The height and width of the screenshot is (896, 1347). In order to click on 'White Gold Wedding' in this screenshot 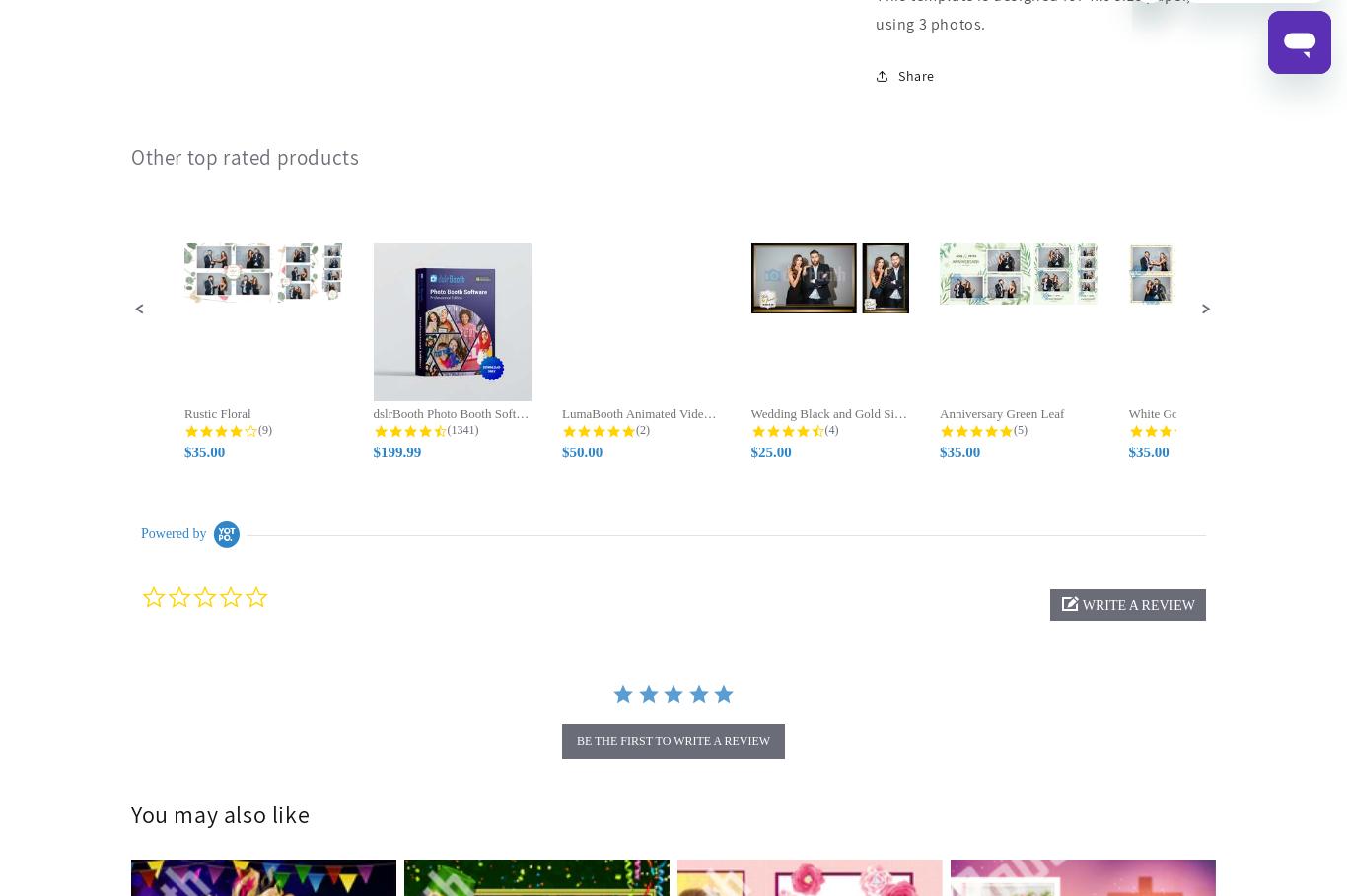, I will do `click(1128, 413)`.